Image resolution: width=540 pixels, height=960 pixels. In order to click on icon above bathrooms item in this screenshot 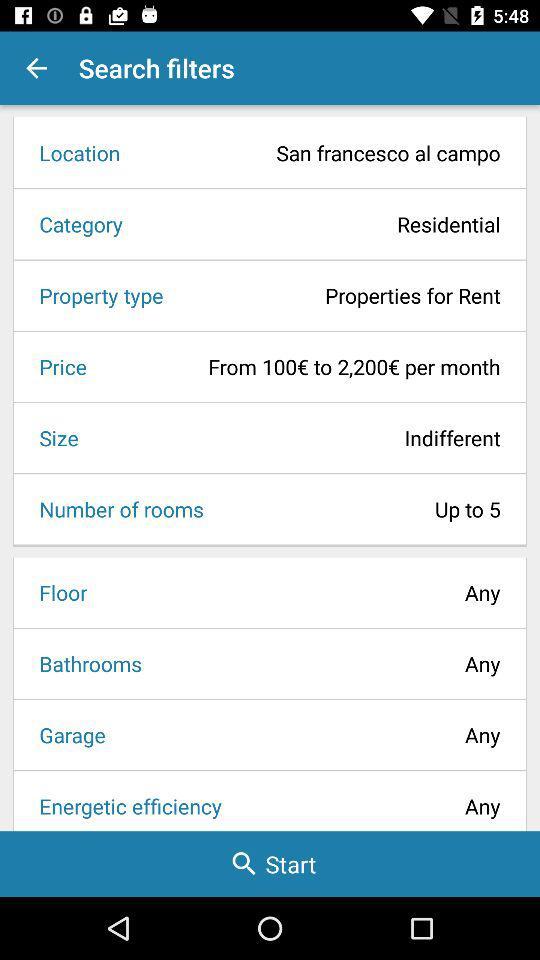, I will do `click(56, 592)`.